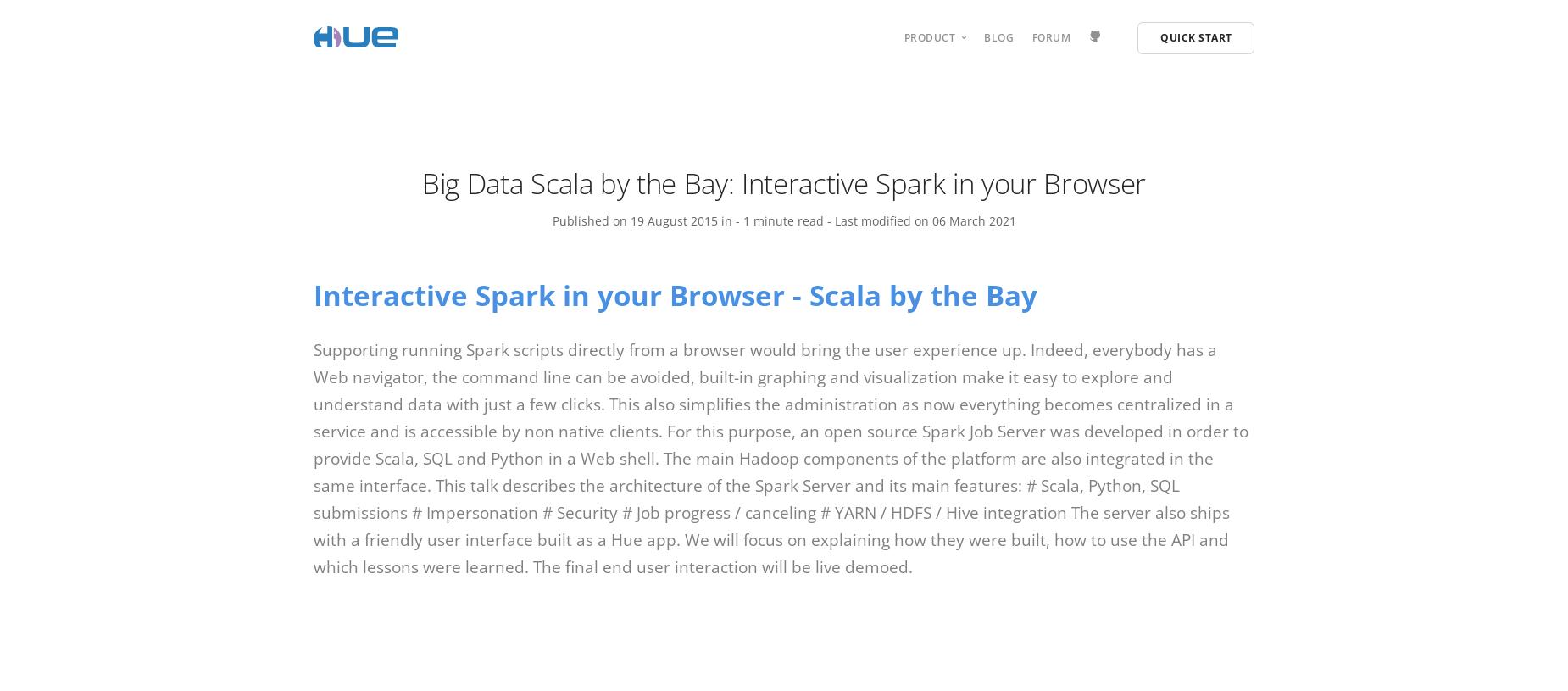 The height and width of the screenshot is (691, 1568). I want to click on 'Blog', so click(998, 36).